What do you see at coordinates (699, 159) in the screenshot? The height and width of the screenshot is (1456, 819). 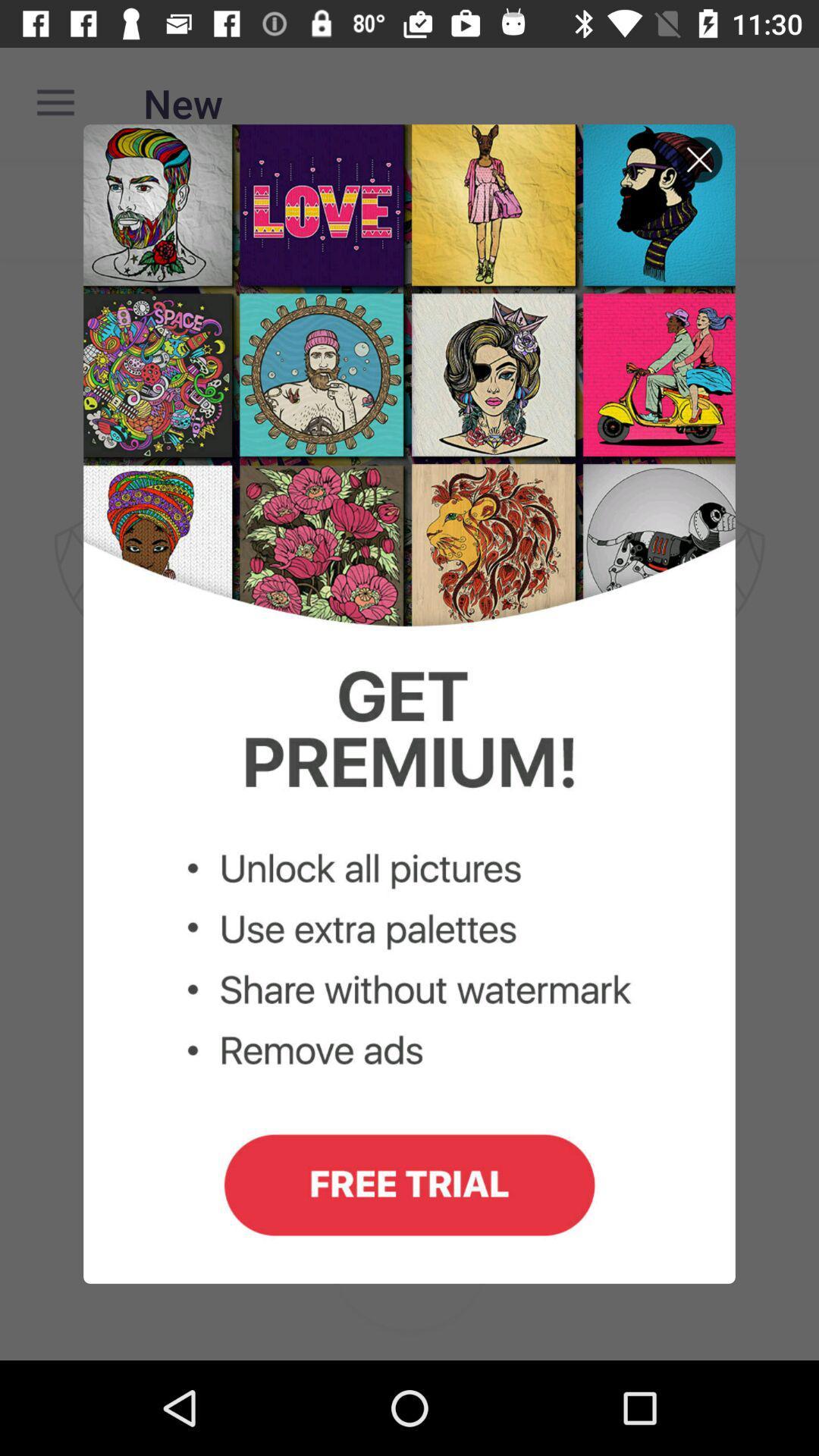 I see `close` at bounding box center [699, 159].